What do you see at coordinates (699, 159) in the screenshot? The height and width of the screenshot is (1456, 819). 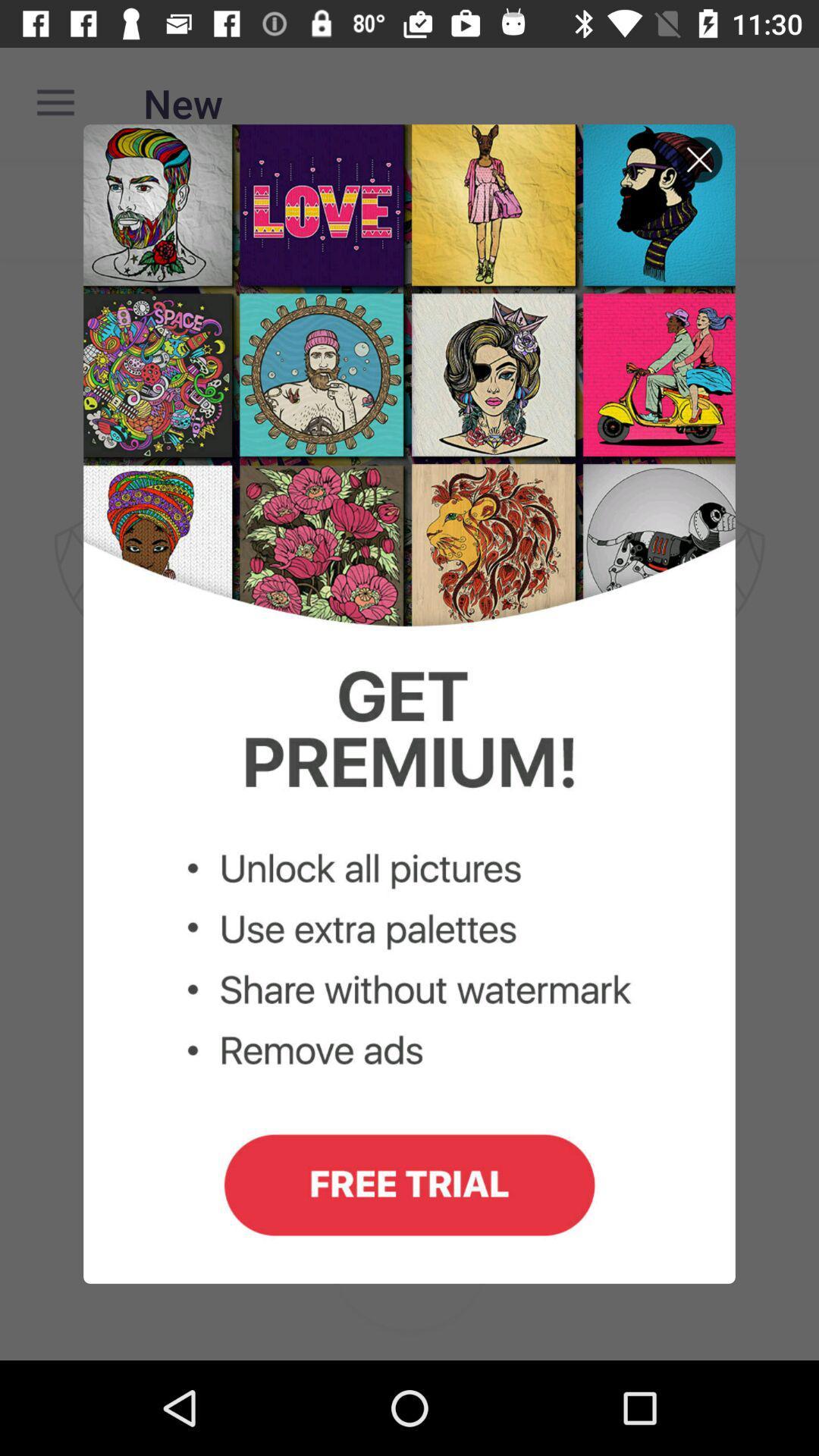 I see `close` at bounding box center [699, 159].